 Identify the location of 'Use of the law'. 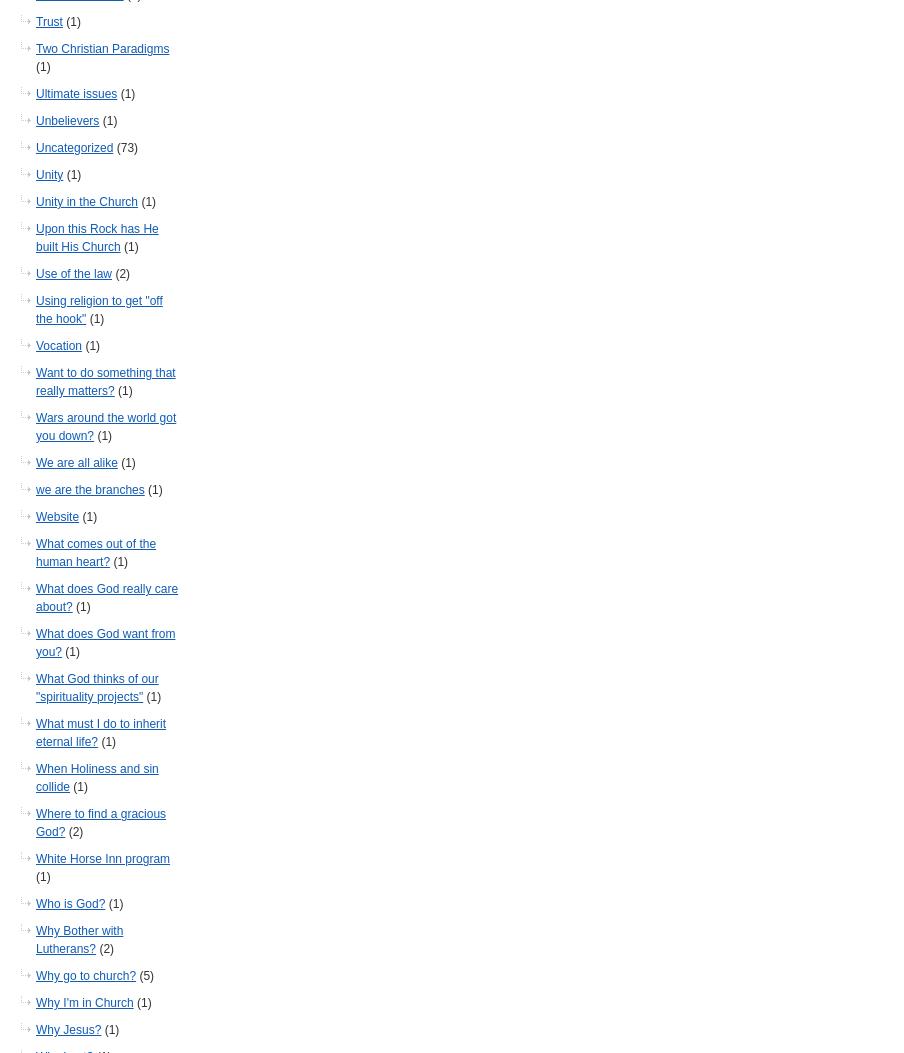
(34, 272).